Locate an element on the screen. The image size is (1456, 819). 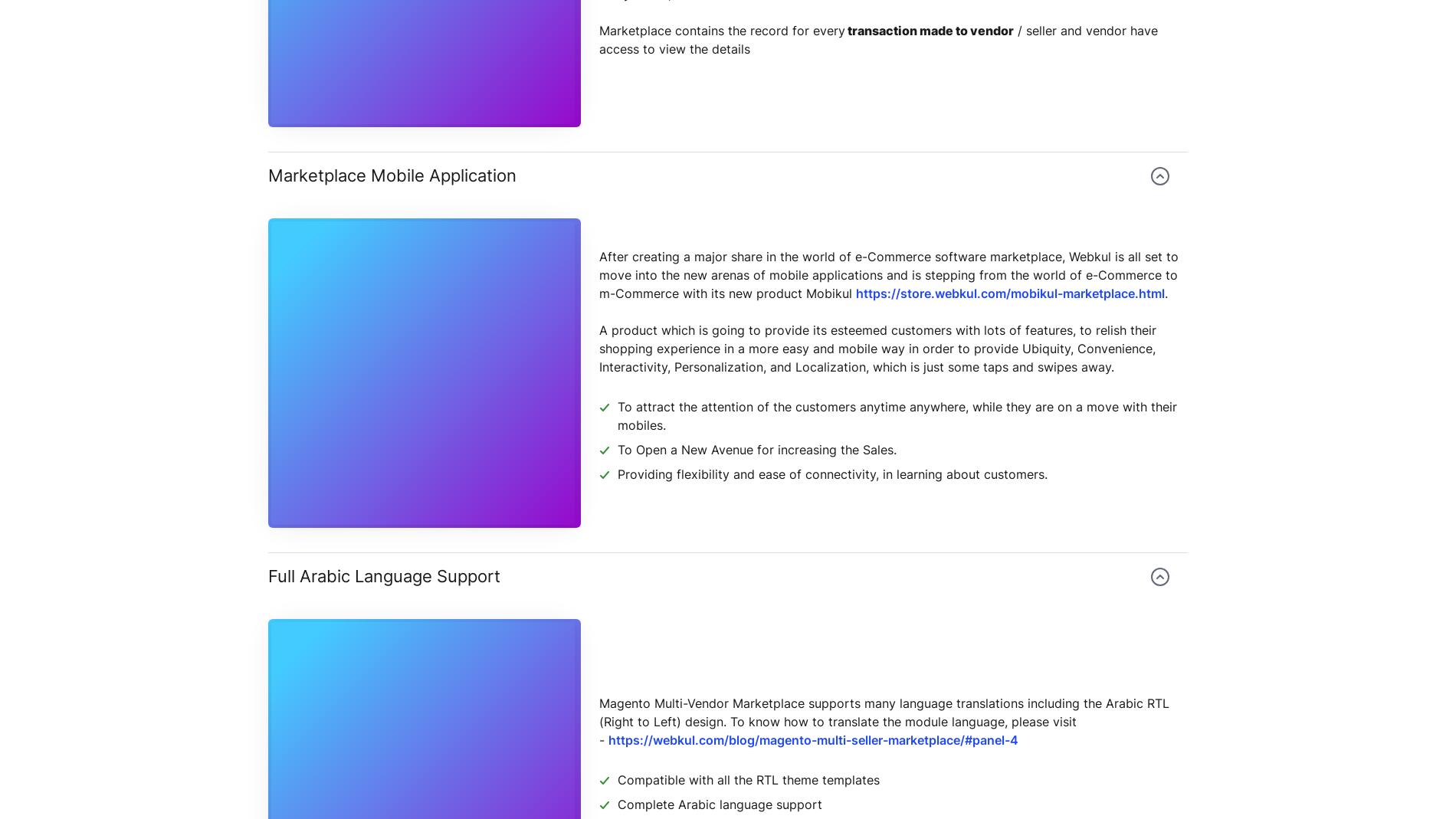
'Marketplace Mobile Application' is located at coordinates (392, 174).